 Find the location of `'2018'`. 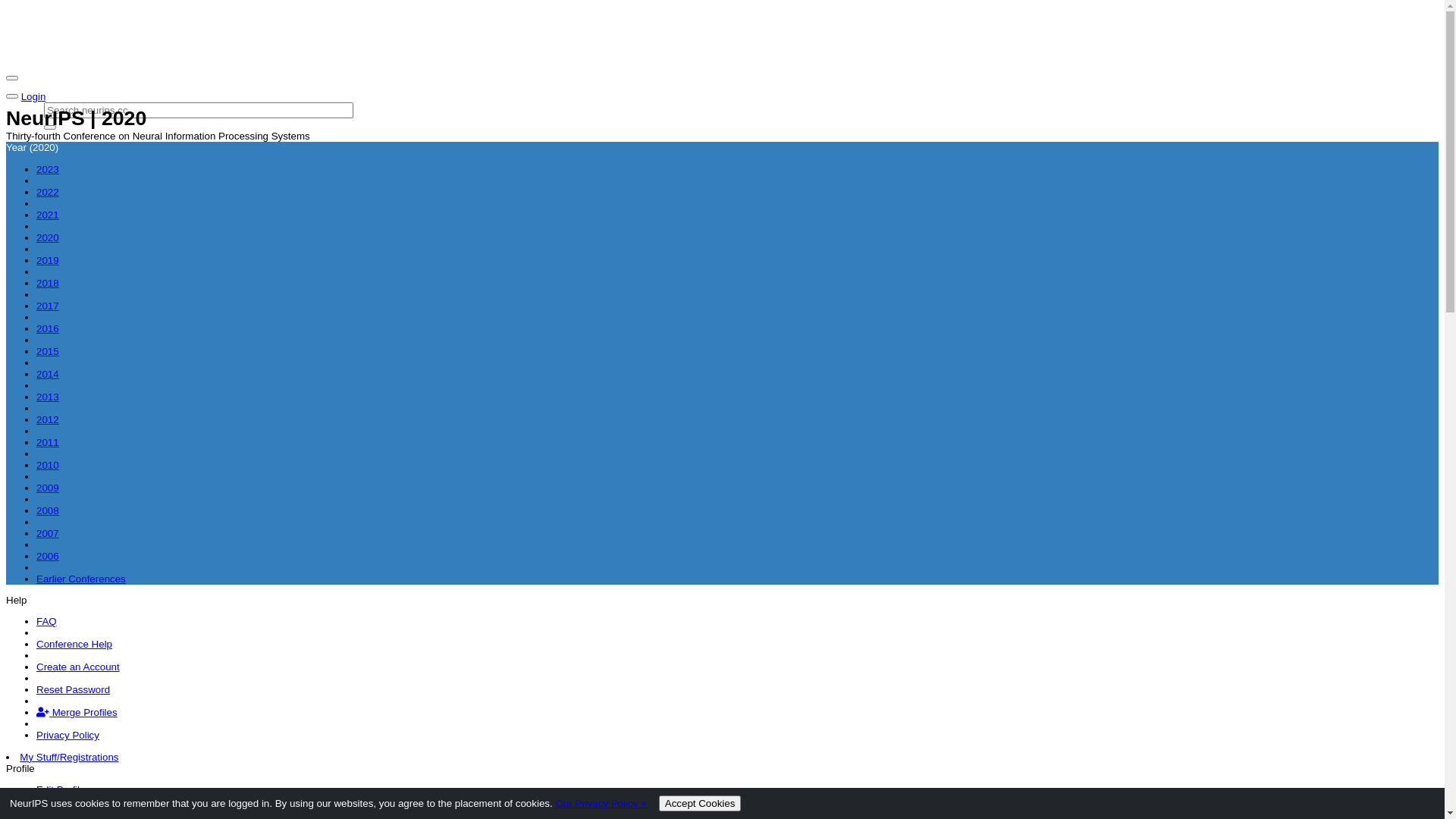

'2018' is located at coordinates (47, 283).